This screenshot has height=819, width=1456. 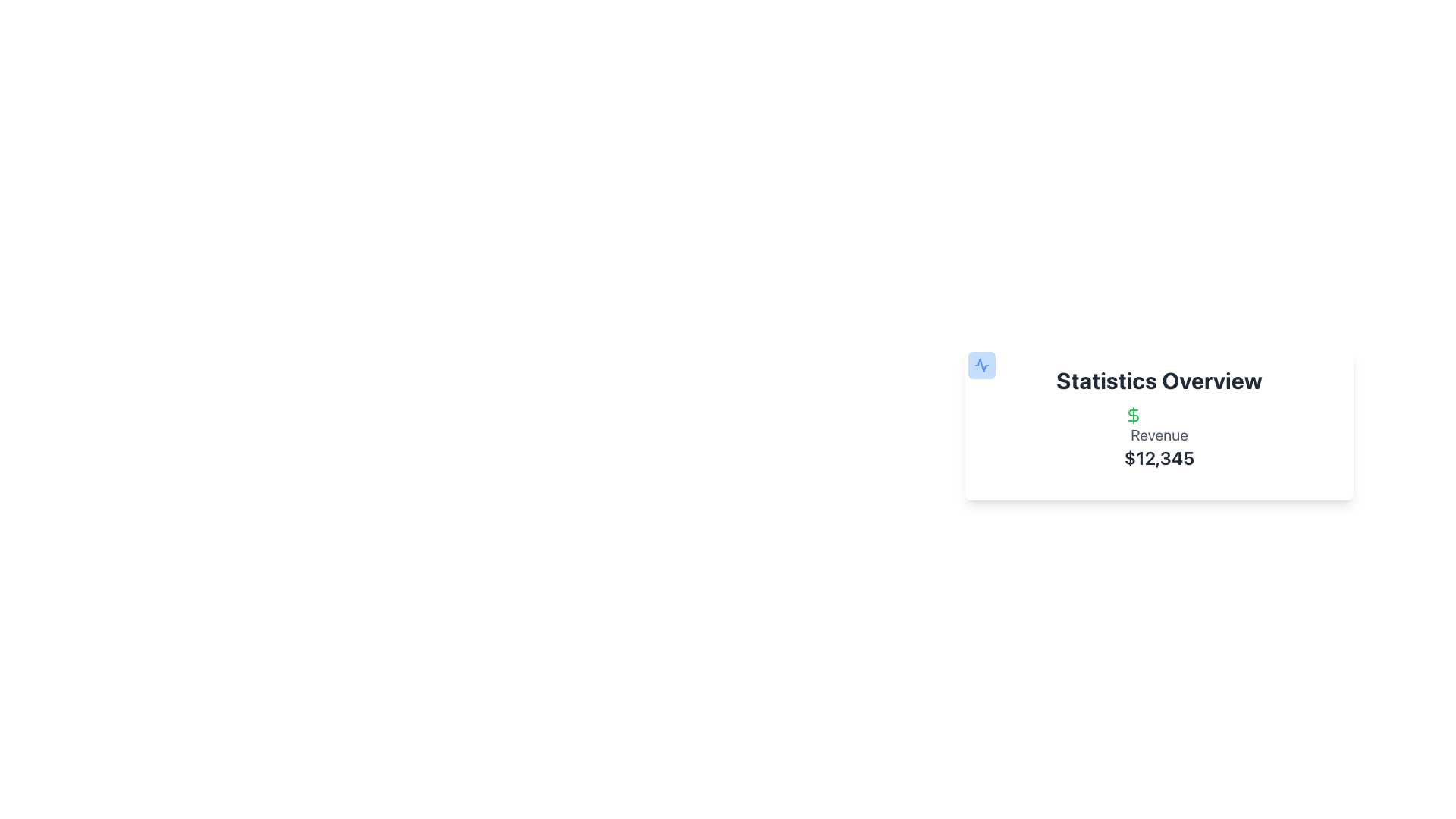 What do you see at coordinates (1159, 438) in the screenshot?
I see `the TextBlock displaying financial revenue information with the green dollar sign and amount '$12,345', located in the 'Statistics Overview' box` at bounding box center [1159, 438].